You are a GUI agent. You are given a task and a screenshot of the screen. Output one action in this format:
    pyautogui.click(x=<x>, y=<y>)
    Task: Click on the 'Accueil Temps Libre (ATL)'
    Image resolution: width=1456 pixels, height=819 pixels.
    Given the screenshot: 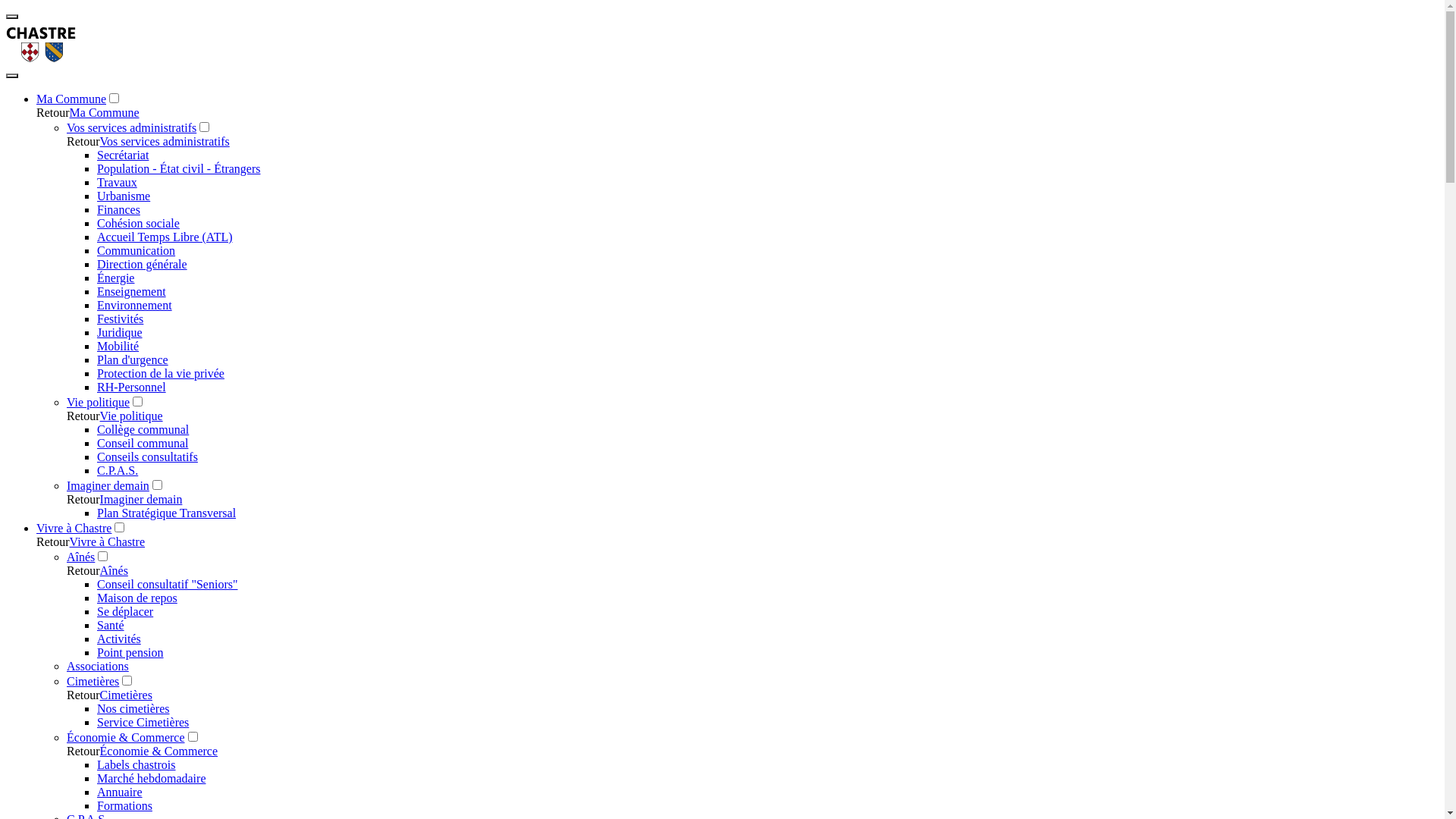 What is the action you would take?
    pyautogui.click(x=96, y=237)
    